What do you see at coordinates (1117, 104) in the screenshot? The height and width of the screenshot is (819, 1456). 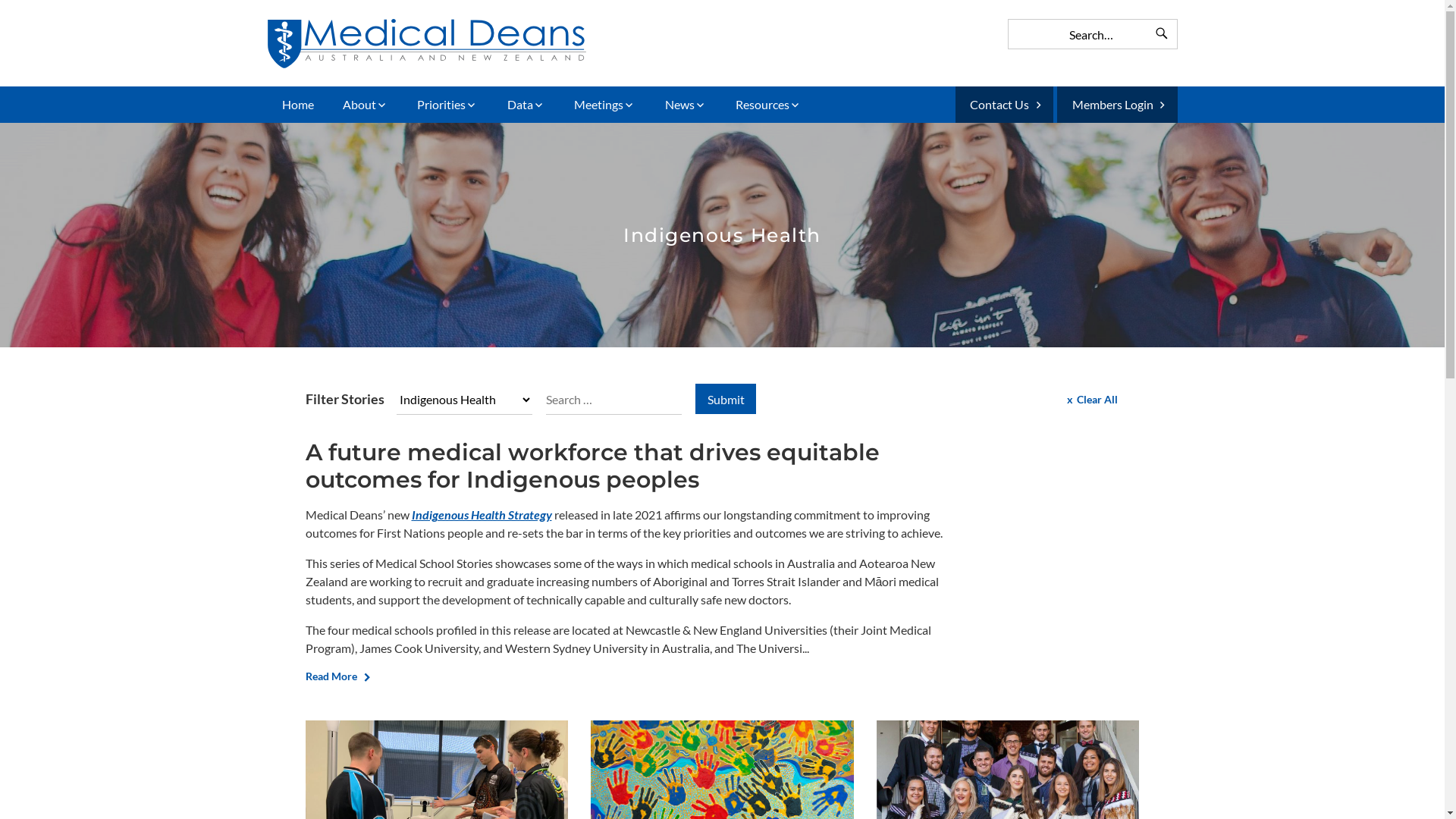 I see `'Members Login'` at bounding box center [1117, 104].